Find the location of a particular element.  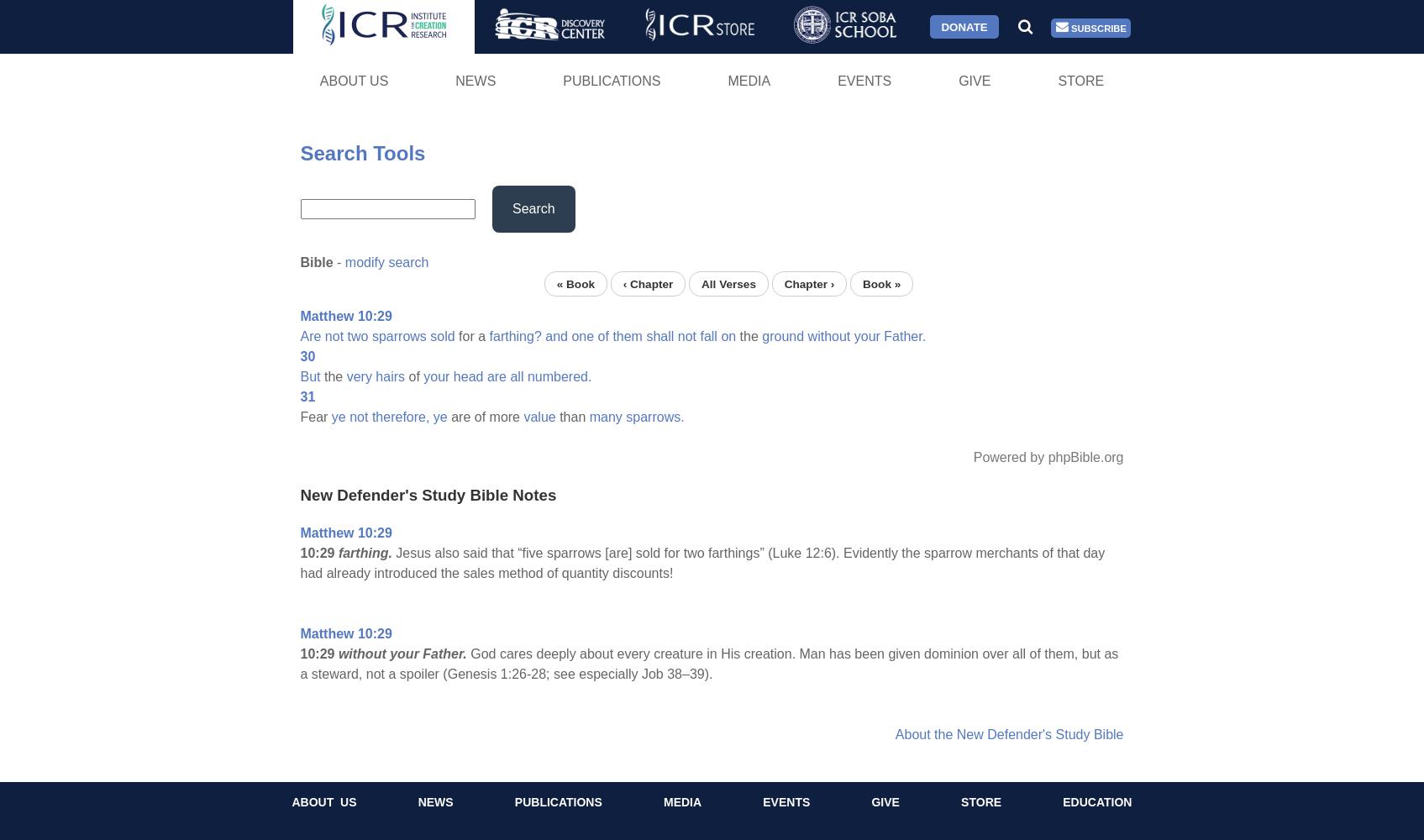

'and' is located at coordinates (556, 336).